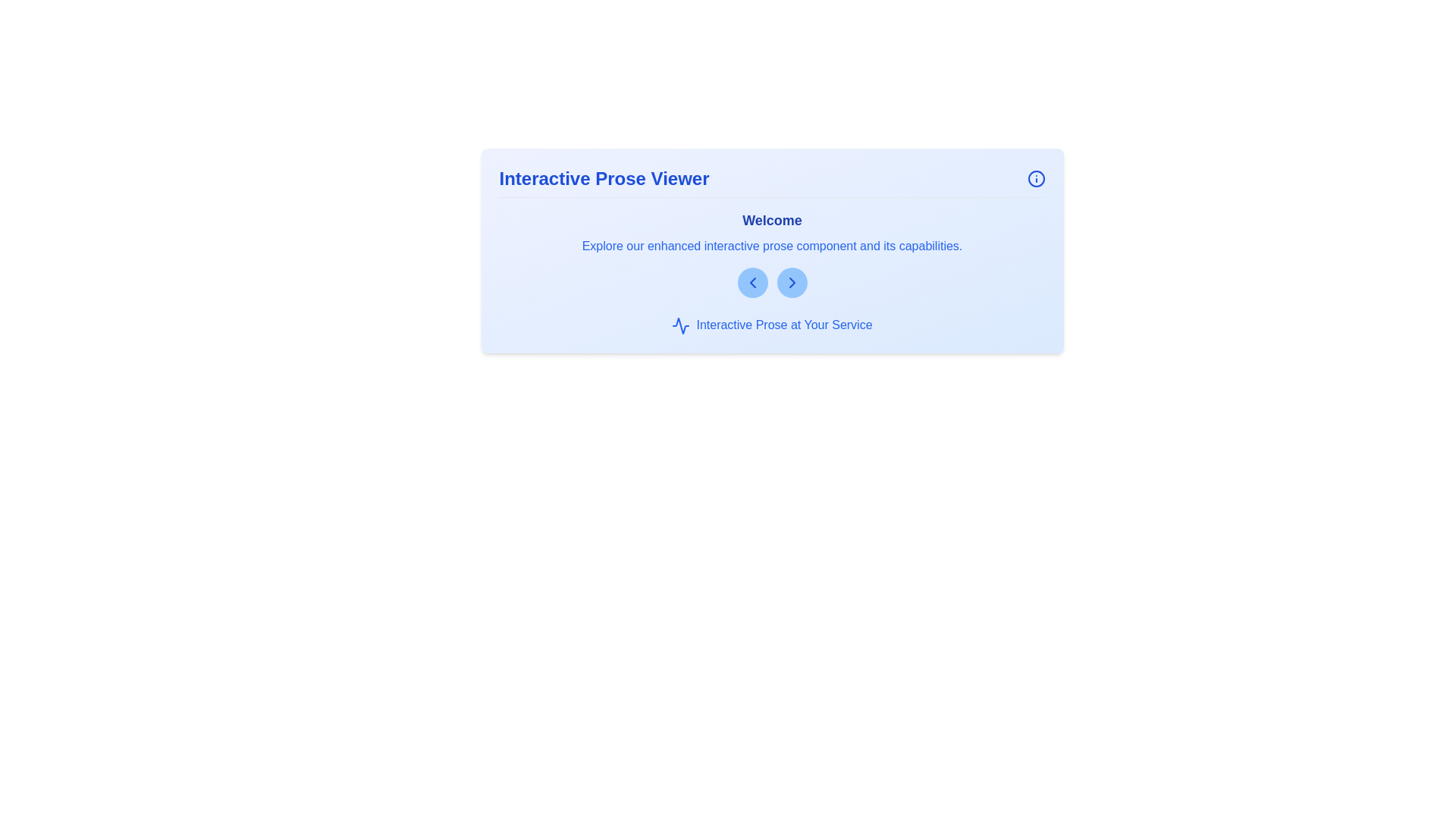 The image size is (1456, 819). What do you see at coordinates (791, 283) in the screenshot?
I see `the rightward-pointing chevron-style arrow icon, which is the rightmost of three circular navigational icons located at the bottom center of the card, to trigger additional effects` at bounding box center [791, 283].